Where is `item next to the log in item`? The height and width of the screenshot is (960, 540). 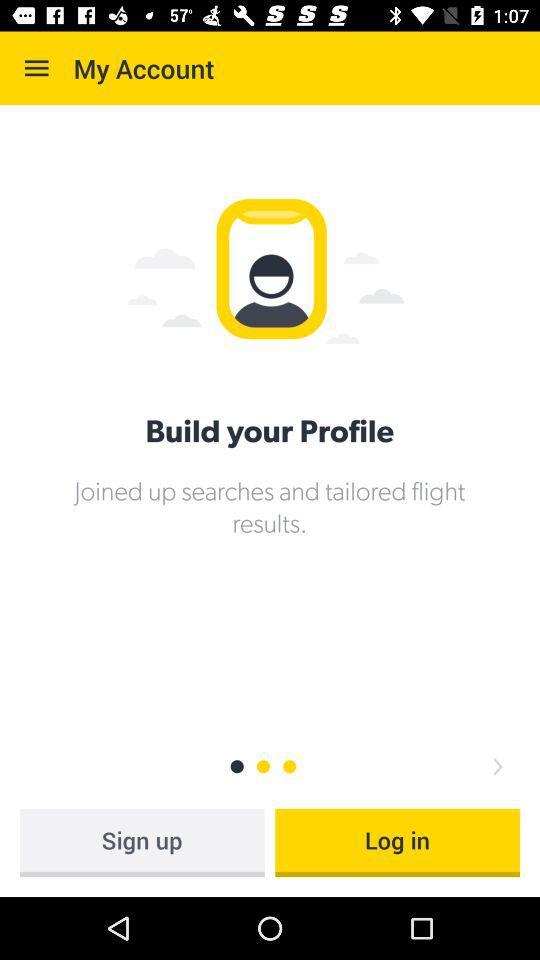
item next to the log in item is located at coordinates (141, 841).